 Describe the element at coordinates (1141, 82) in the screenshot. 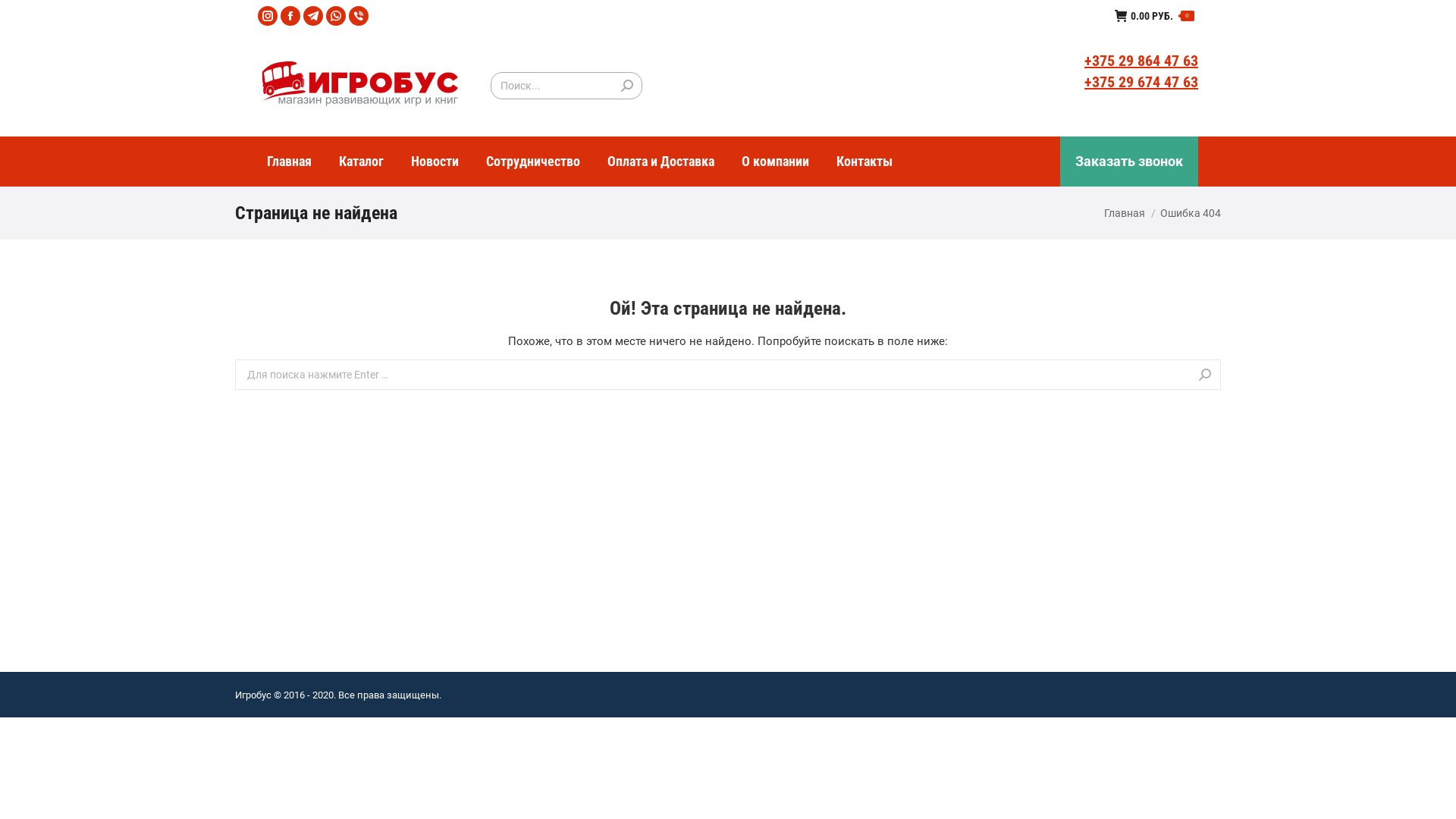

I see `'+375 29 674 47 63'` at that location.